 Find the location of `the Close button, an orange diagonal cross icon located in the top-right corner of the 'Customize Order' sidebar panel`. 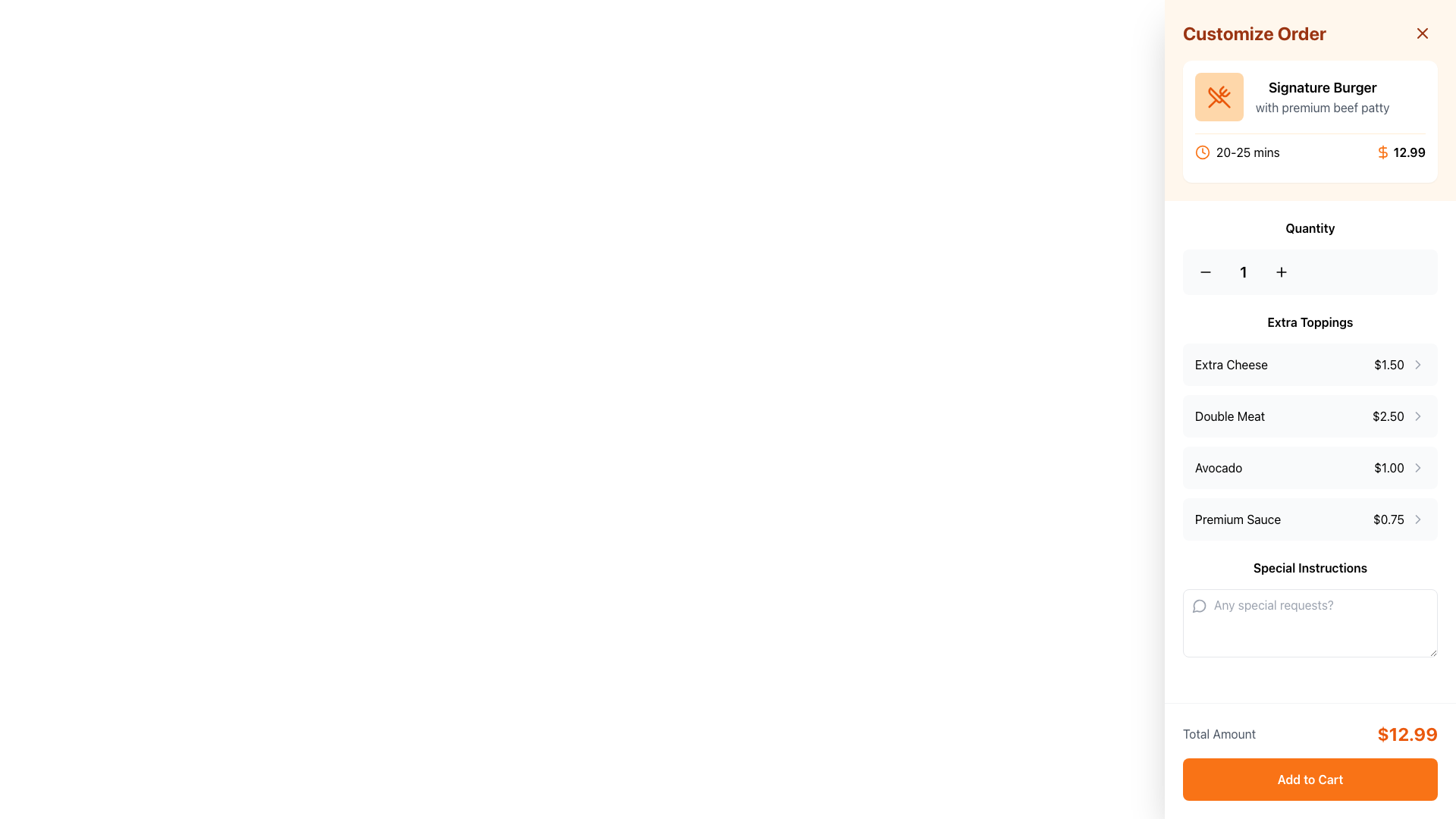

the Close button, an orange diagonal cross icon located in the top-right corner of the 'Customize Order' sidebar panel is located at coordinates (1422, 33).